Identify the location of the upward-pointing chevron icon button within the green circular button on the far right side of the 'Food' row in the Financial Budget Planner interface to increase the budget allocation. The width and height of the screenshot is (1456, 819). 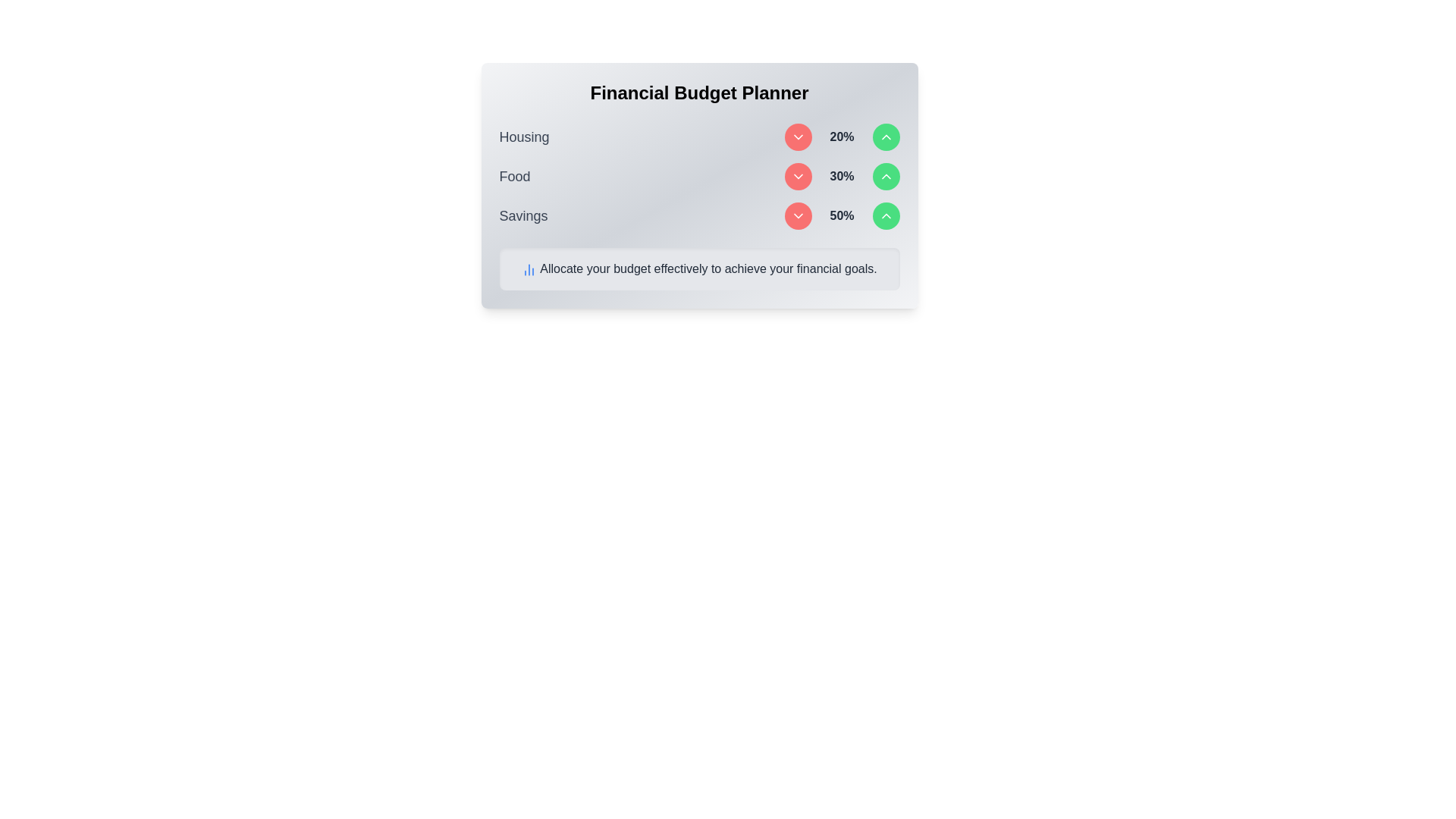
(886, 216).